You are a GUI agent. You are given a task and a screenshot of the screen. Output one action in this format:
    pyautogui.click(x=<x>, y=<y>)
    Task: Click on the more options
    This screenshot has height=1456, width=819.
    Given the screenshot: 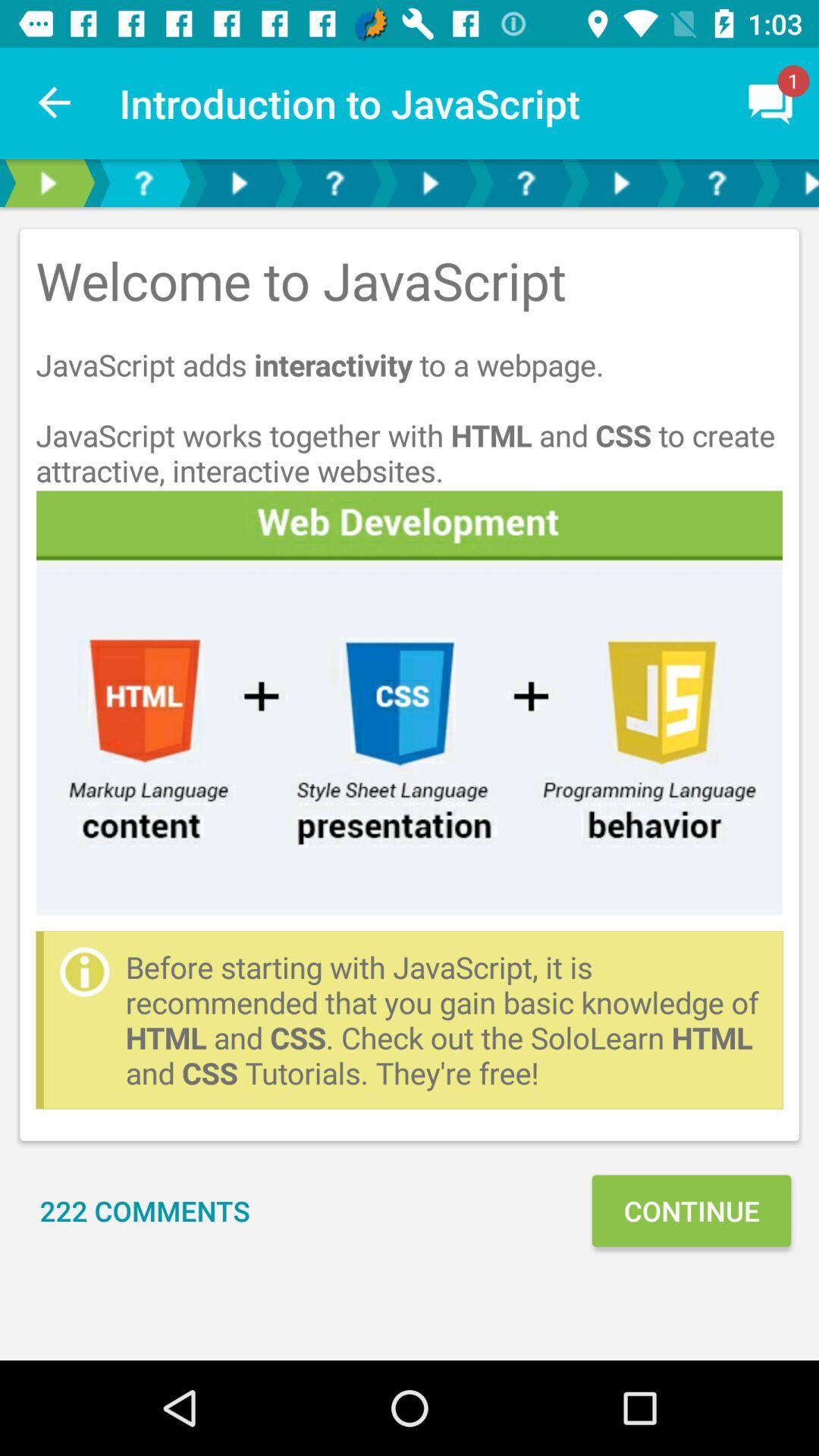 What is the action you would take?
    pyautogui.click(x=239, y=182)
    